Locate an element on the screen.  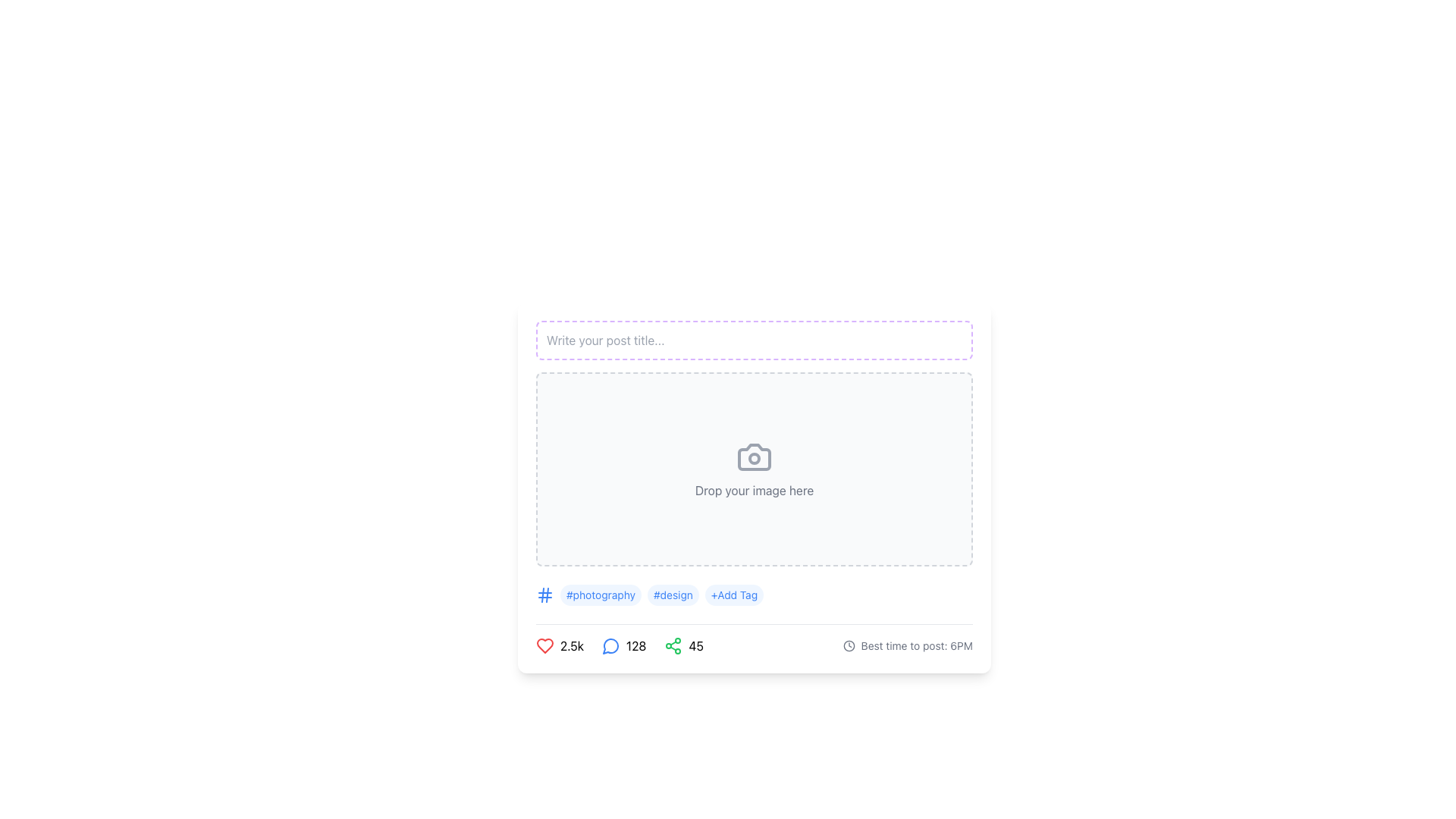
the interactive control group's counters is located at coordinates (620, 646).